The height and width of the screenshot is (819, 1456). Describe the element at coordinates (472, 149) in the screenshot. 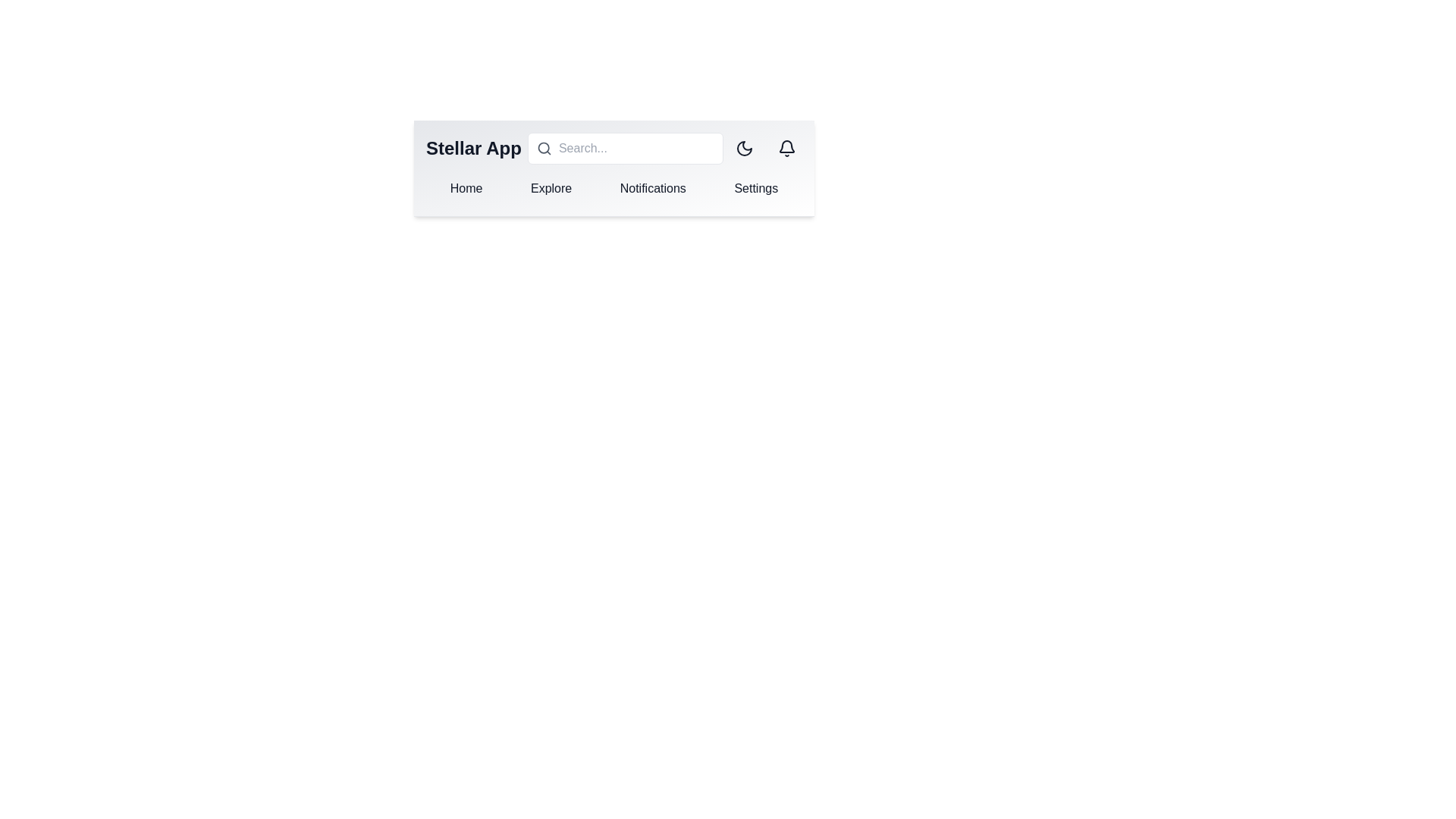

I see `the header title 'Stellar App'` at that location.